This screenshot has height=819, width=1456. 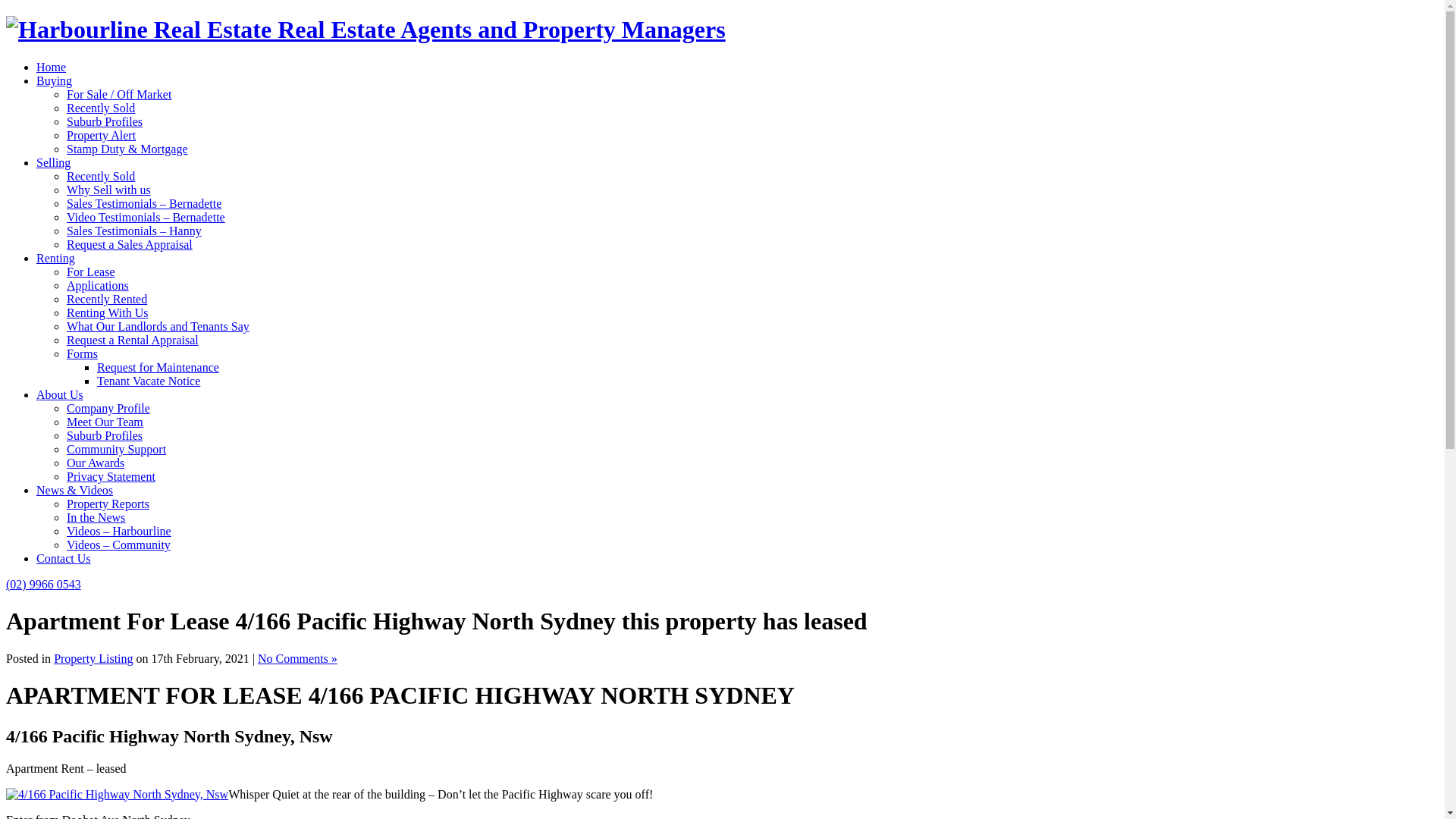 What do you see at coordinates (54, 80) in the screenshot?
I see `'Buying'` at bounding box center [54, 80].